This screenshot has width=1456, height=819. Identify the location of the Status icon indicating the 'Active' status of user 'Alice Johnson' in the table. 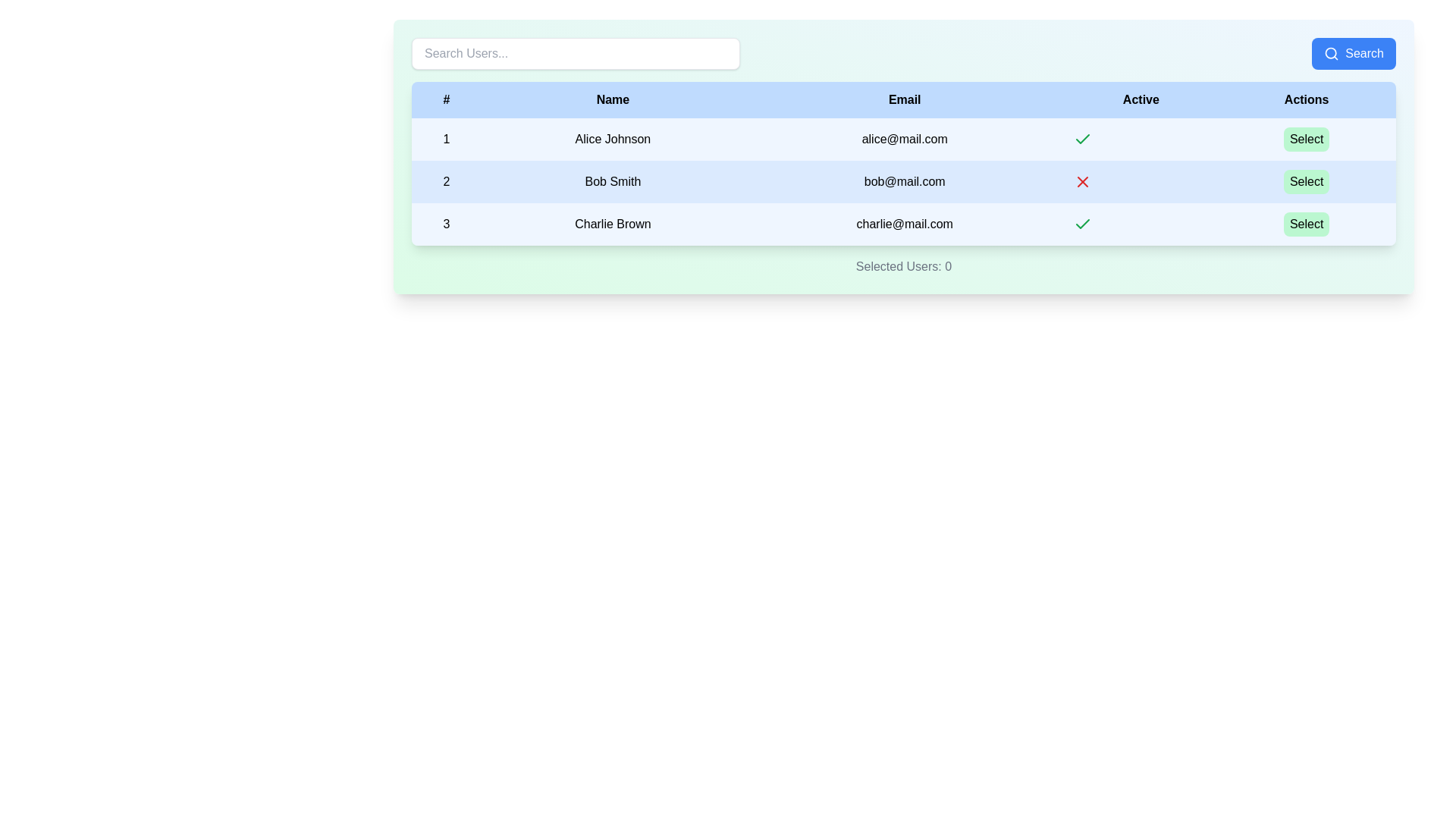
(1082, 224).